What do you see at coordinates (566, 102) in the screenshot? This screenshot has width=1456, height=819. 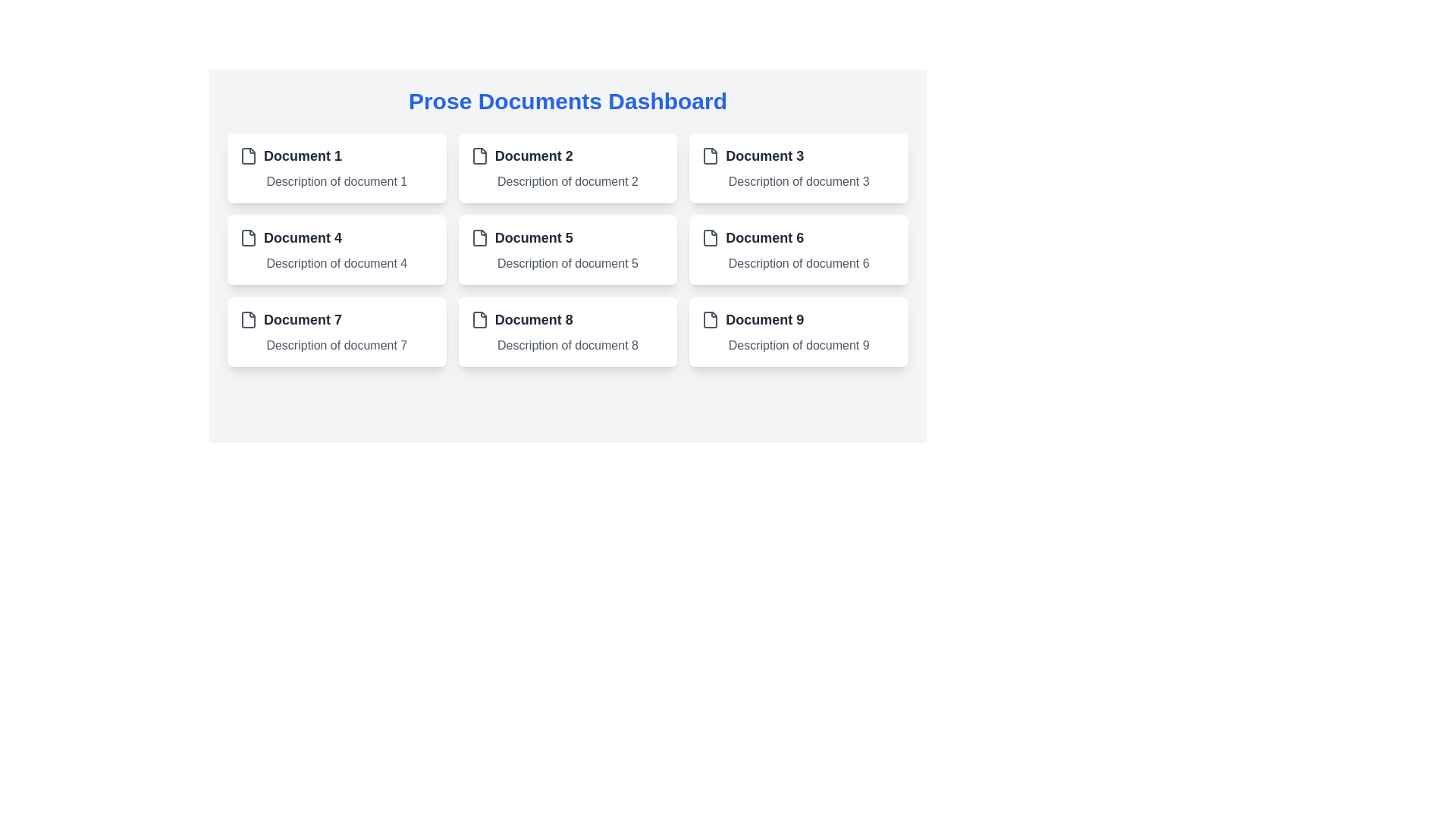 I see `text of the Heading element, which serves as the title for the current section or page, located at the top of the user interface` at bounding box center [566, 102].